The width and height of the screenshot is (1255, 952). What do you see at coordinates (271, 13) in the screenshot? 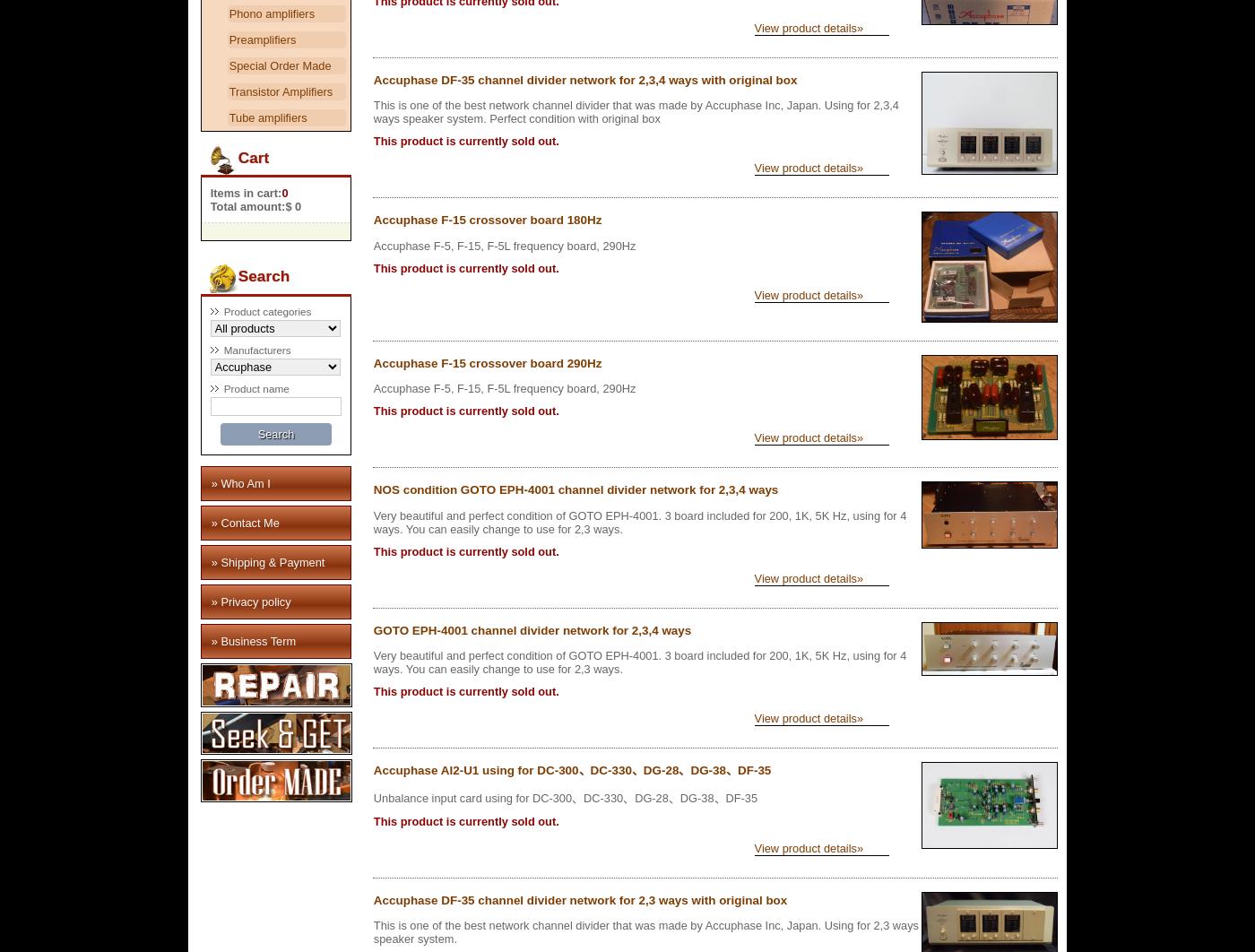
I see `'Phono amplifiers'` at bounding box center [271, 13].